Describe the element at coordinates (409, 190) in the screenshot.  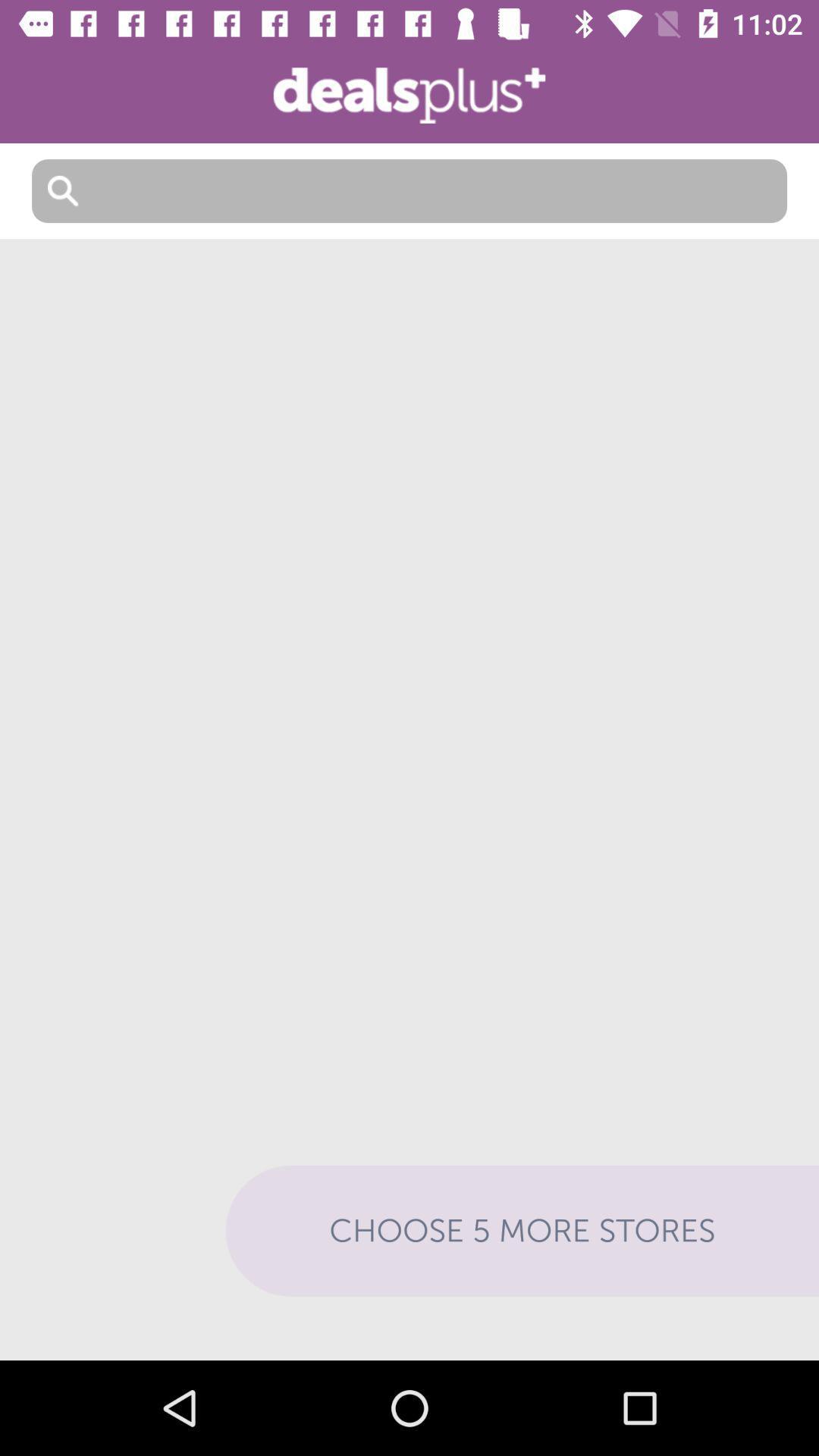
I see `search` at that location.